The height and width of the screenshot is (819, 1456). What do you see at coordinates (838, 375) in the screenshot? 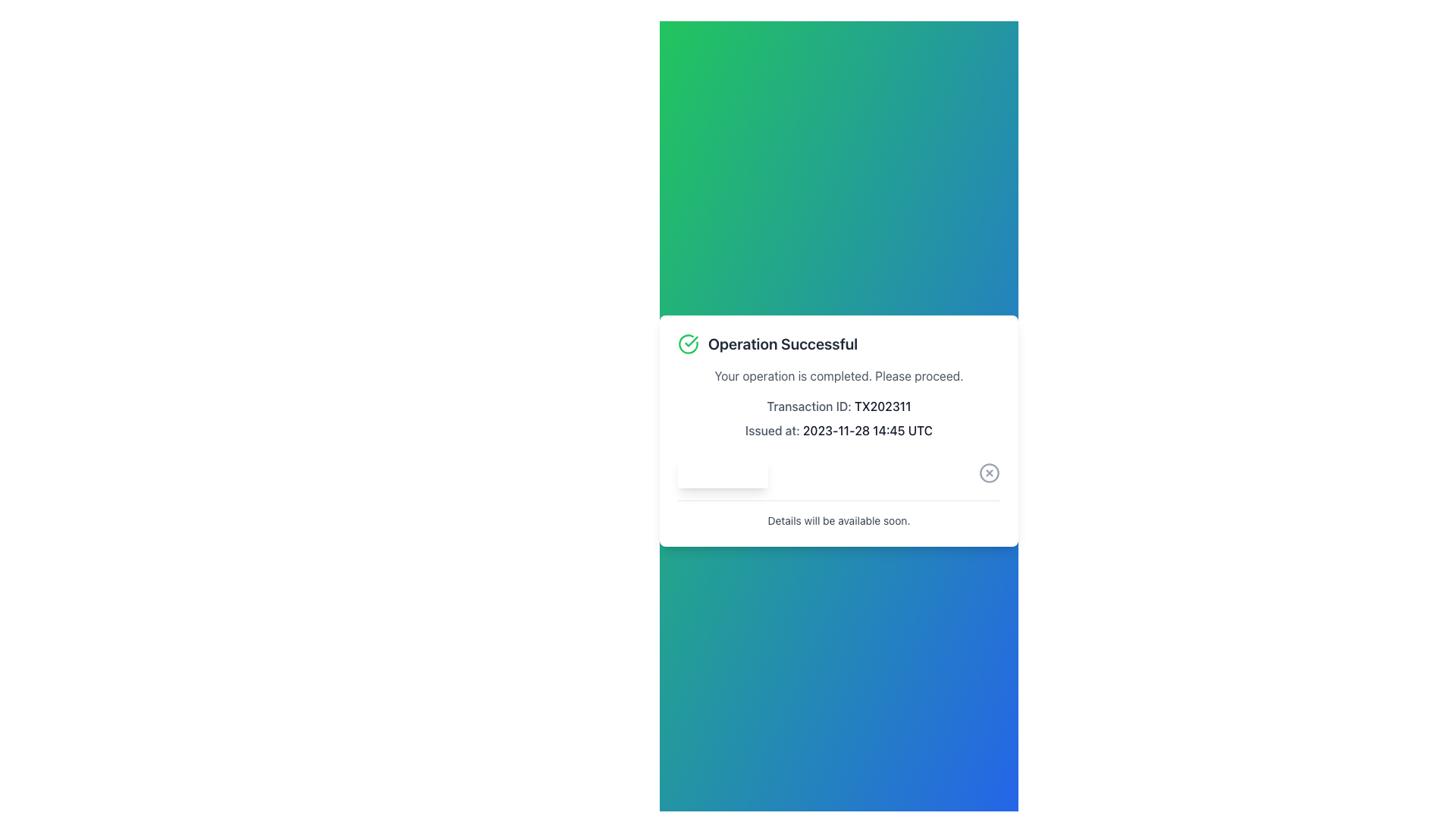
I see `confirmation message text label that indicates successful operation completion, located in the second row of text within the panel titled 'Operation Successful'` at bounding box center [838, 375].